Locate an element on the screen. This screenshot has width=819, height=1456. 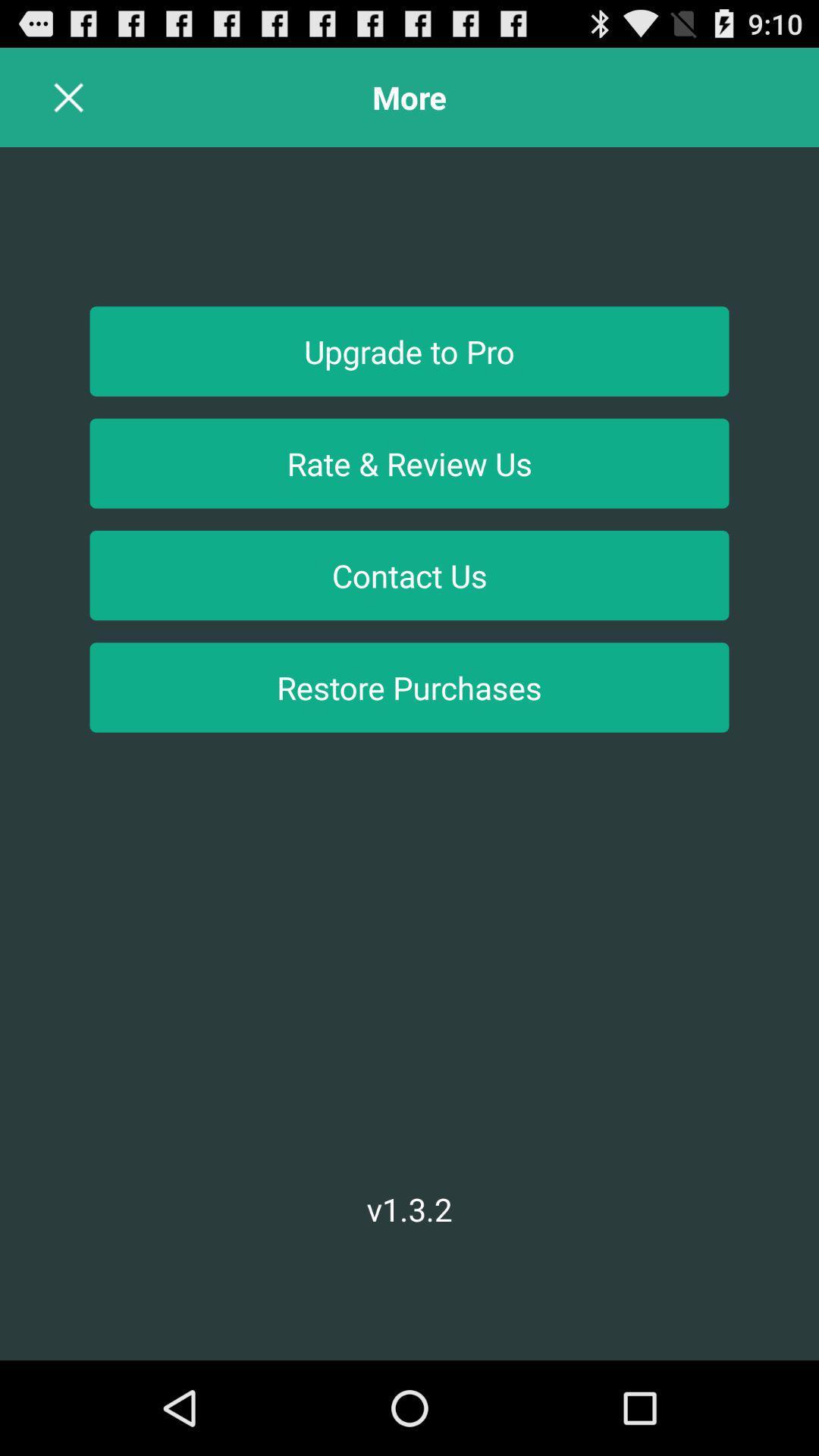
the upgrade to pro icon is located at coordinates (409, 350).